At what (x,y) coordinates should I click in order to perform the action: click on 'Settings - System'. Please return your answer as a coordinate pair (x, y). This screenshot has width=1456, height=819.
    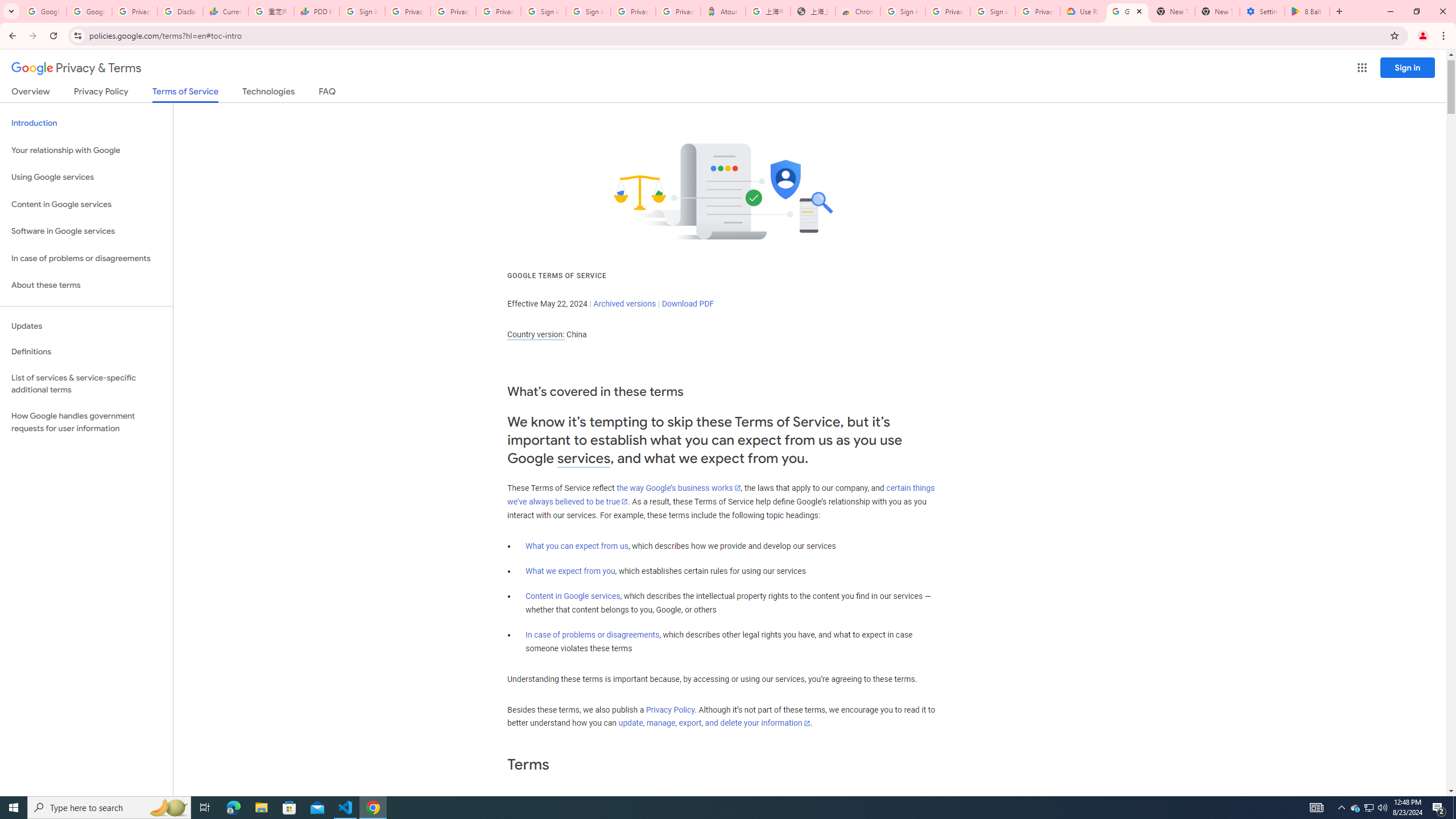
    Looking at the image, I should click on (1261, 11).